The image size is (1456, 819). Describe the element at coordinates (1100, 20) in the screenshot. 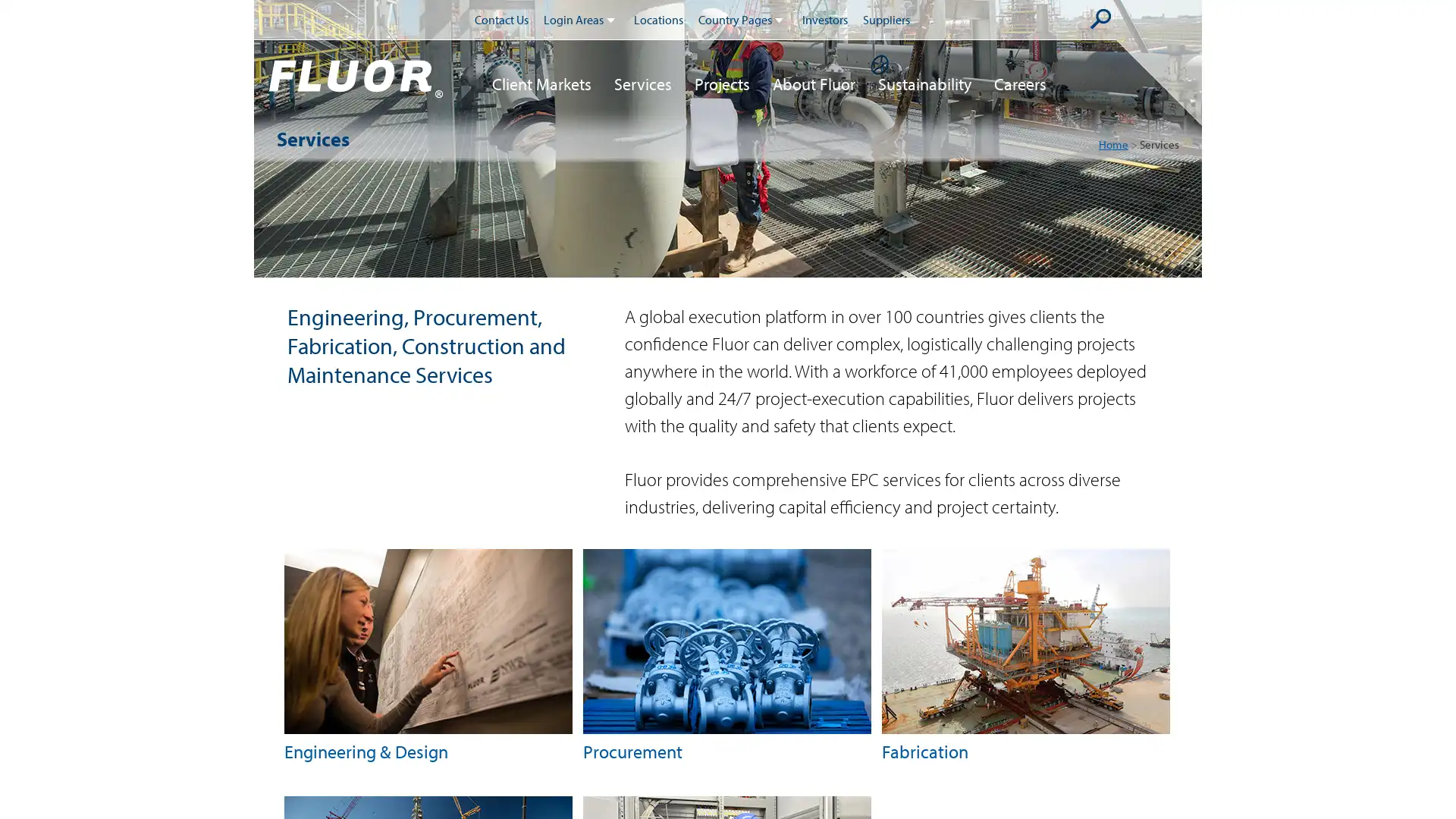

I see `Submit Search` at that location.